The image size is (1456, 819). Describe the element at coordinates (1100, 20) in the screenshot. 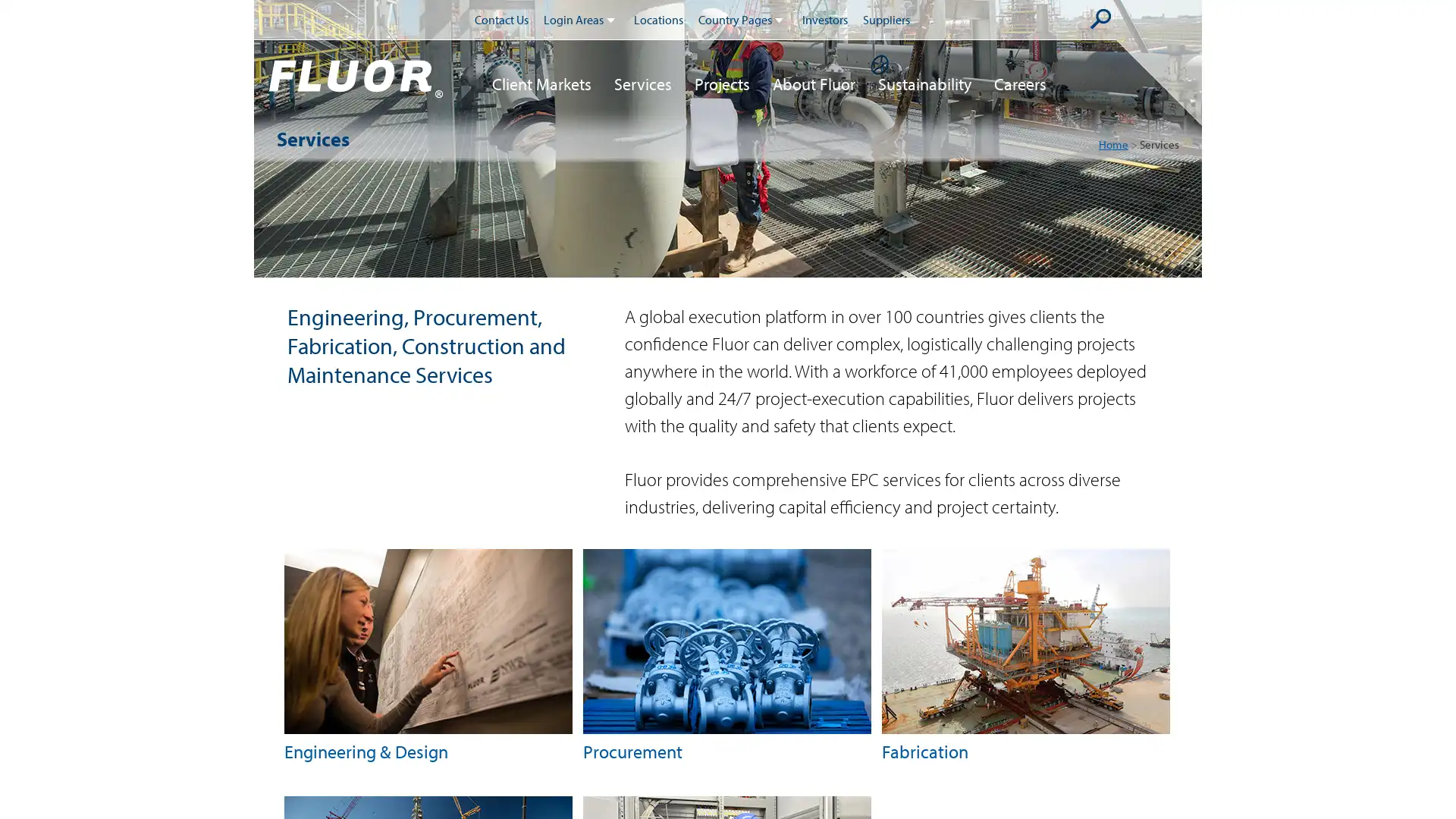

I see `Submit Search` at that location.